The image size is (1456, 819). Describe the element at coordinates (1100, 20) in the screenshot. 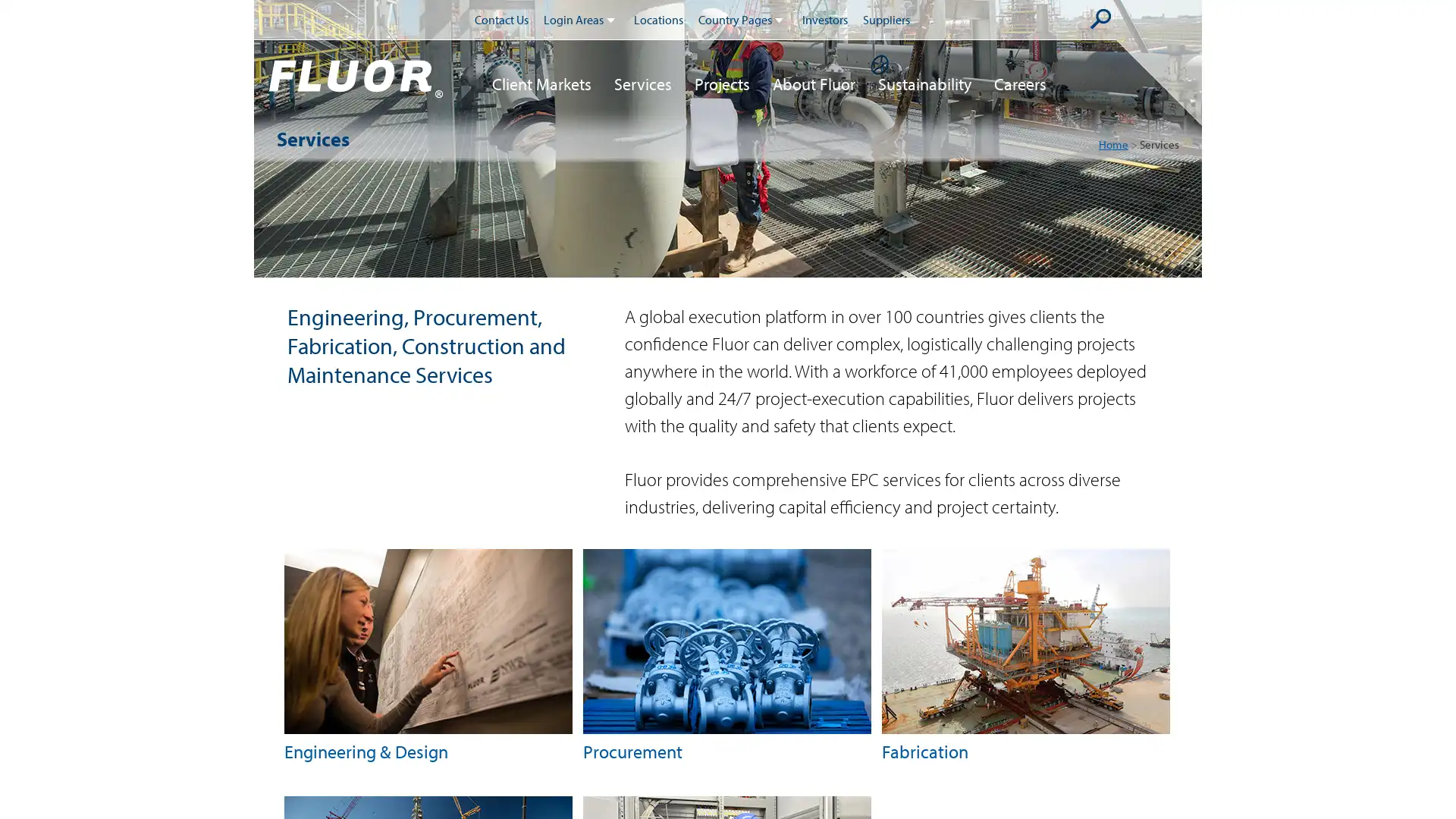

I see `Submit Search` at that location.